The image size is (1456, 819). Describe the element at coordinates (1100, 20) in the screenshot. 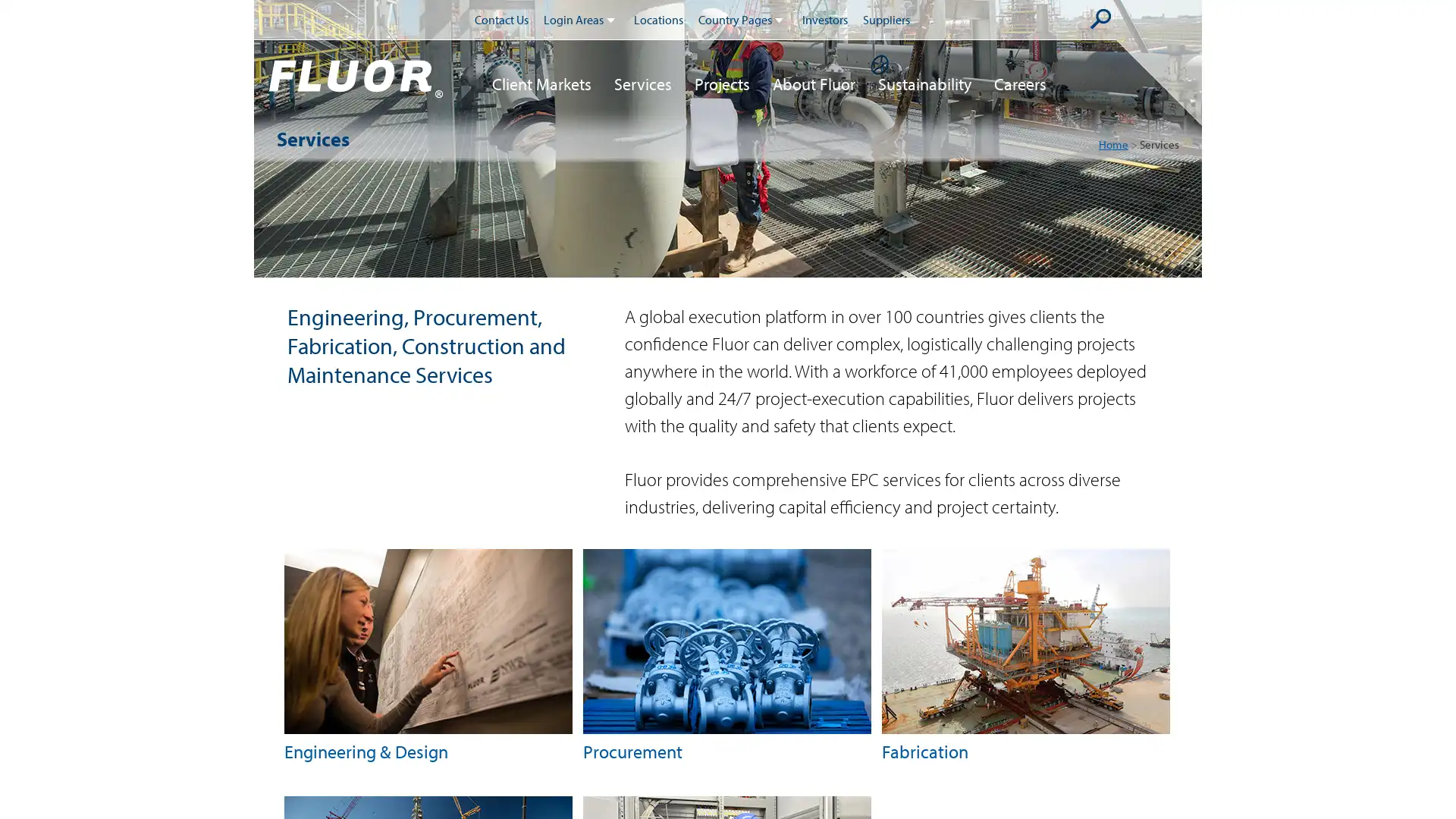

I see `Submit Search` at that location.